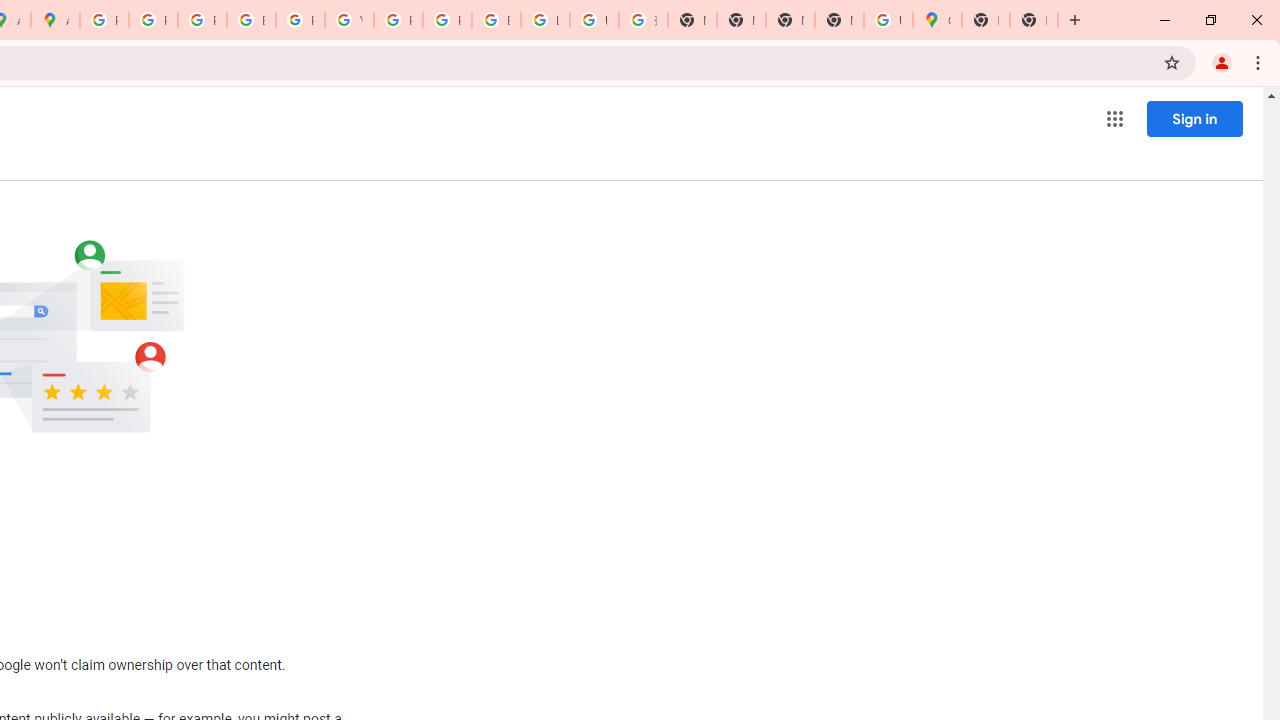  What do you see at coordinates (152, 20) in the screenshot?
I see `'Privacy Help Center - Policies Help'` at bounding box center [152, 20].